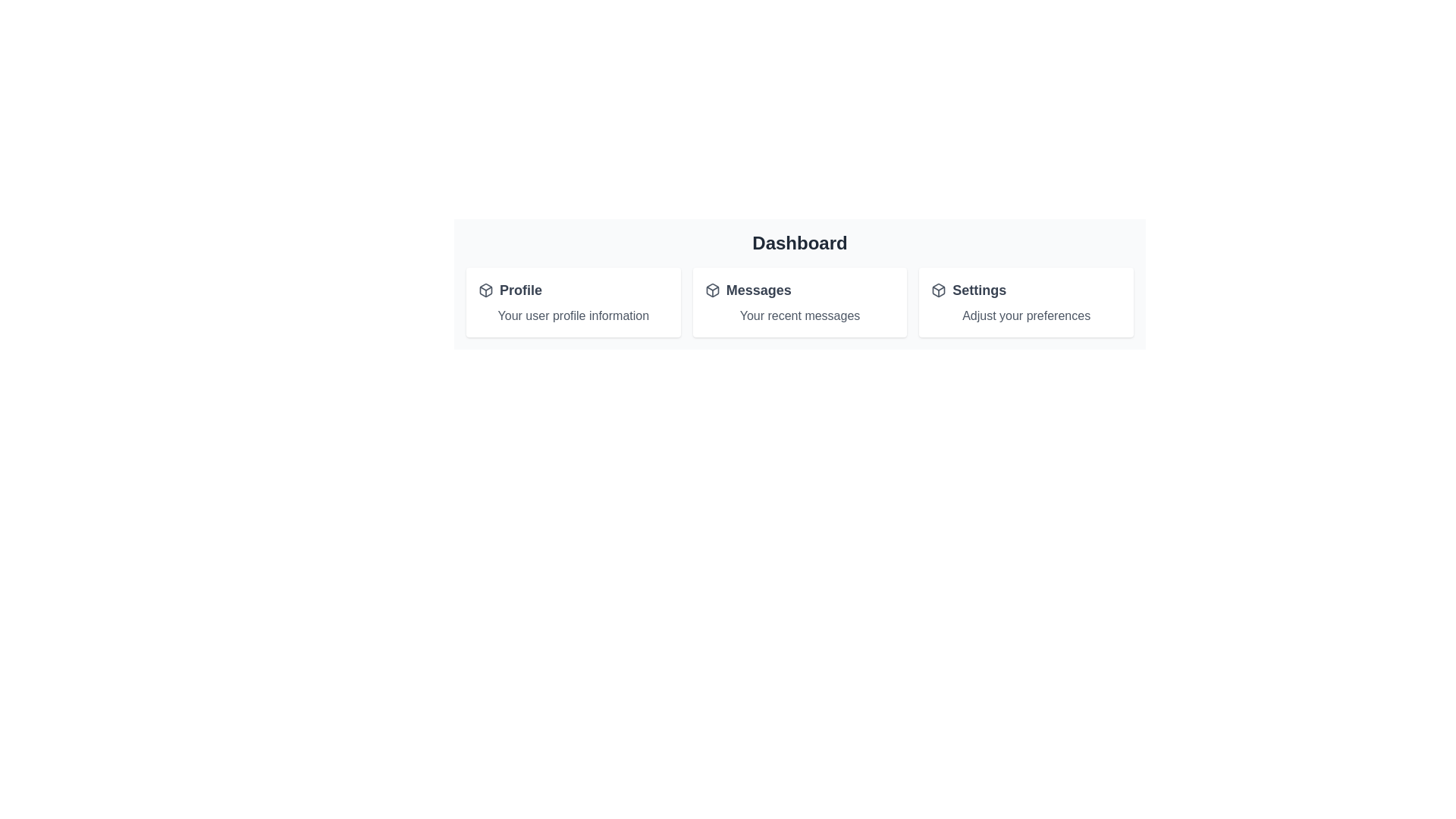 The image size is (1456, 819). Describe the element at coordinates (573, 315) in the screenshot. I see `the explanatory text label located below the 'Profile' title and icon within the first card on the left` at that location.